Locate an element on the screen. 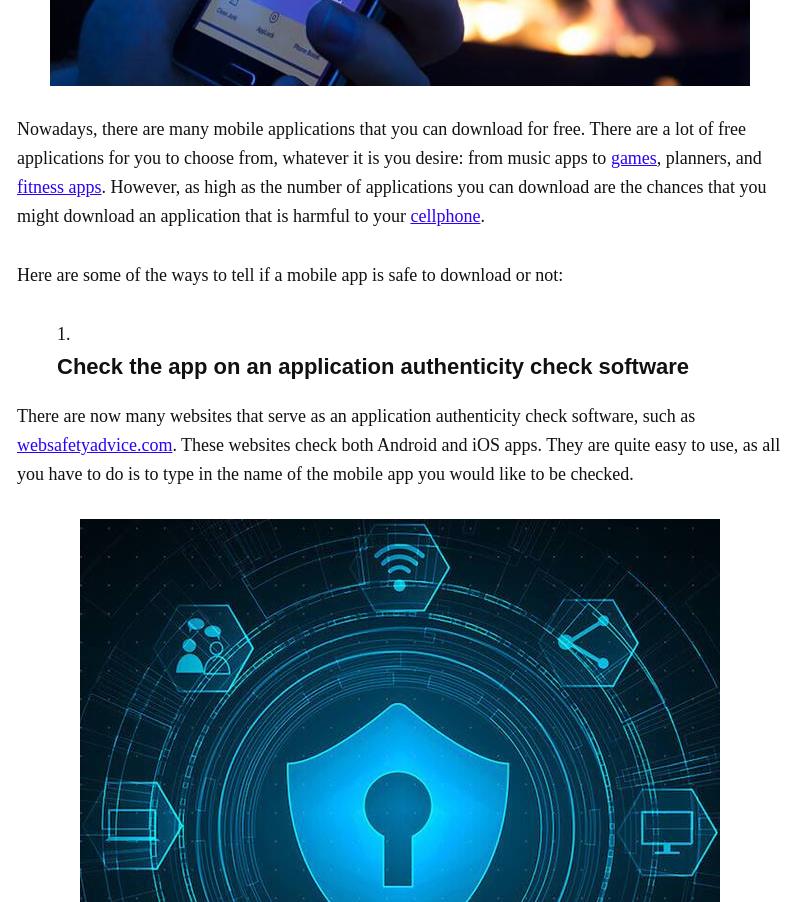 Image resolution: width=800 pixels, height=902 pixels. 'The publish date of an app should coincide with the year that most users have started using the same app. For example, you want to download Expedia into your cellphone. It is a well-known fact that' is located at coordinates (394, 91).